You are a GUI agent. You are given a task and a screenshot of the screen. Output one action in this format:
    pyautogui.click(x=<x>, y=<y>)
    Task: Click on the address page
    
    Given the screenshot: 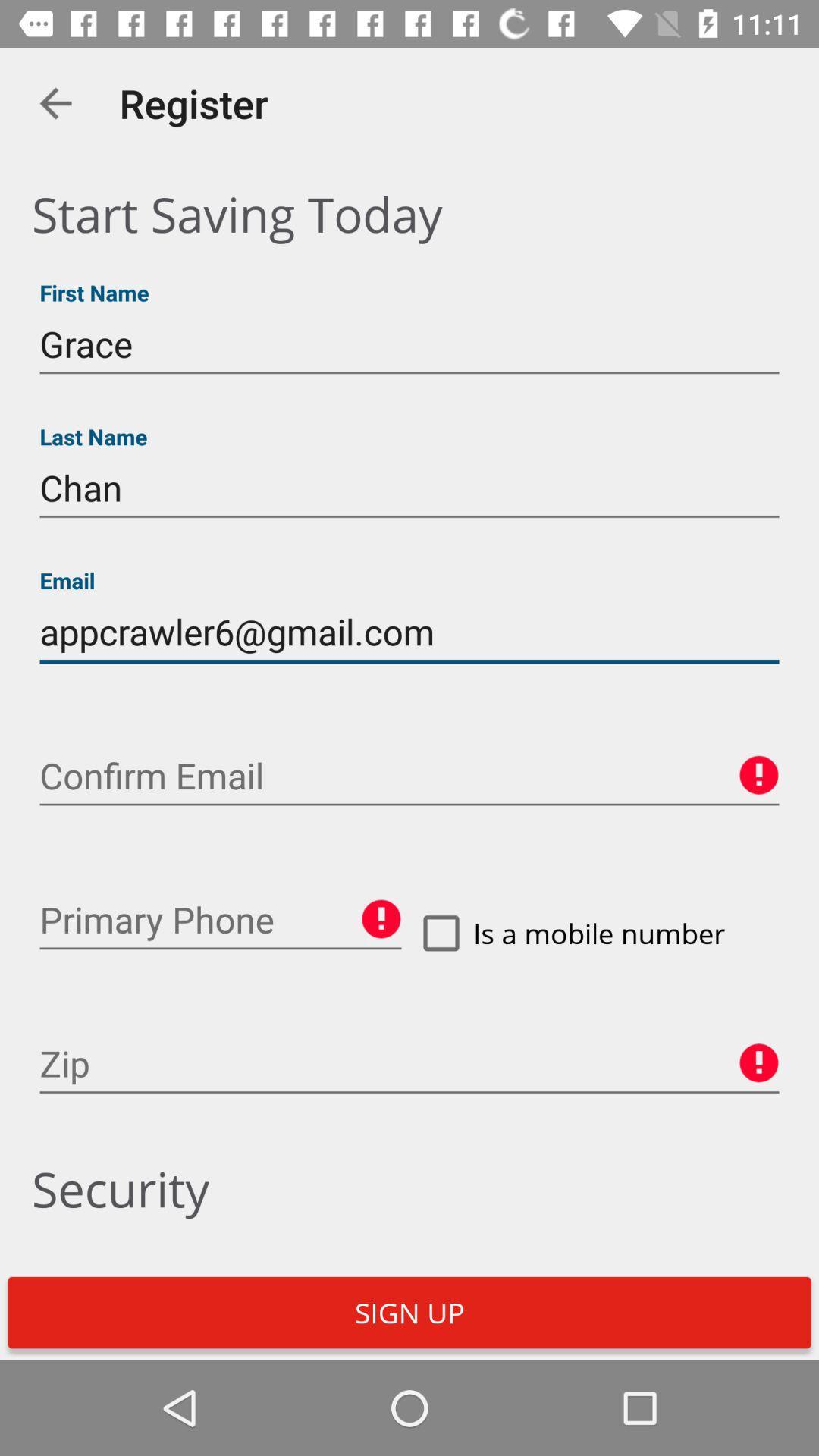 What is the action you would take?
    pyautogui.click(x=220, y=919)
    